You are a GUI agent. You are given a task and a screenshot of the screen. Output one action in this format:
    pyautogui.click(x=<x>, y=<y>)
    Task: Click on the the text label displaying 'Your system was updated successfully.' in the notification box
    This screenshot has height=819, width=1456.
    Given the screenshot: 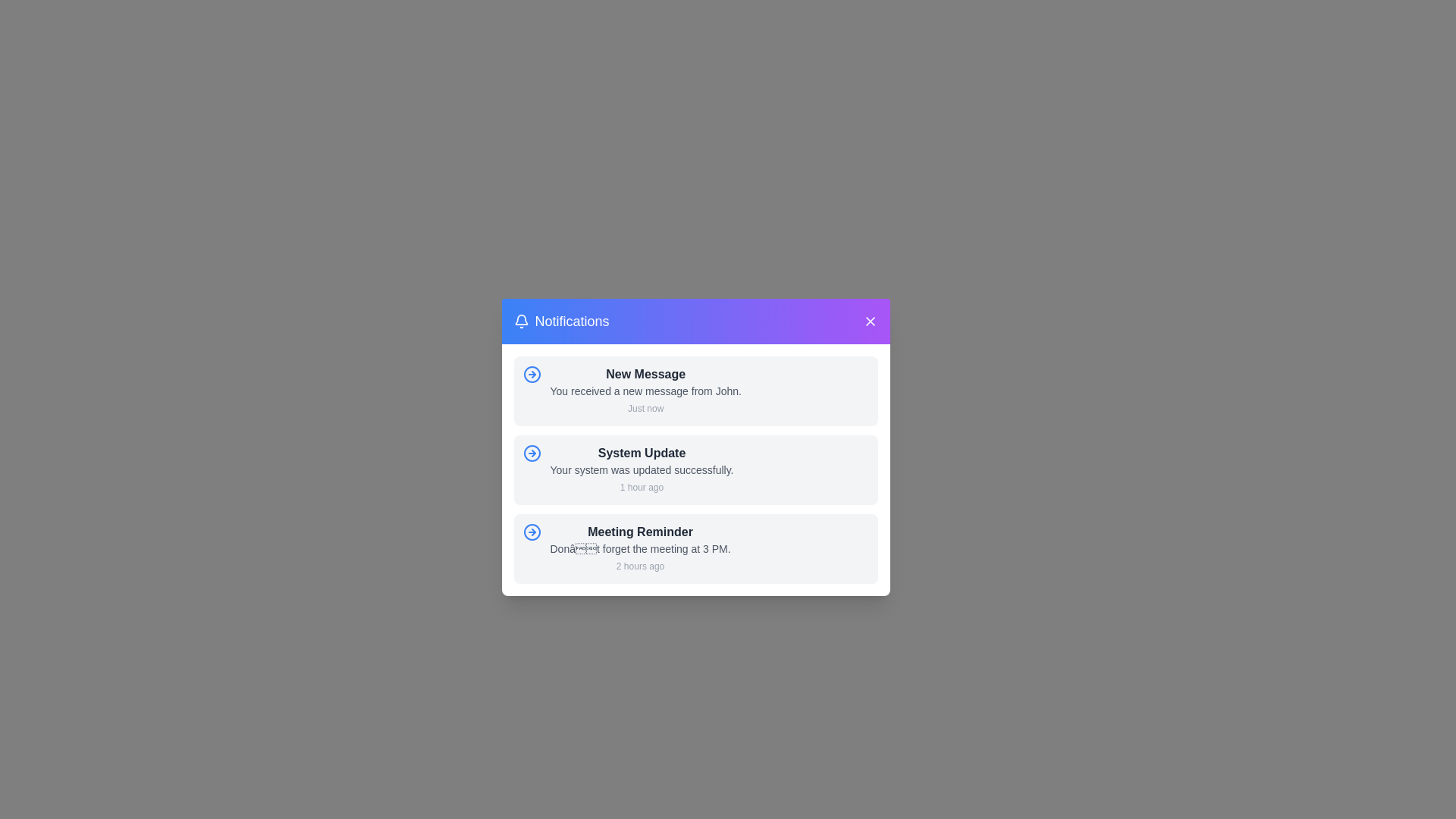 What is the action you would take?
    pyautogui.click(x=642, y=469)
    